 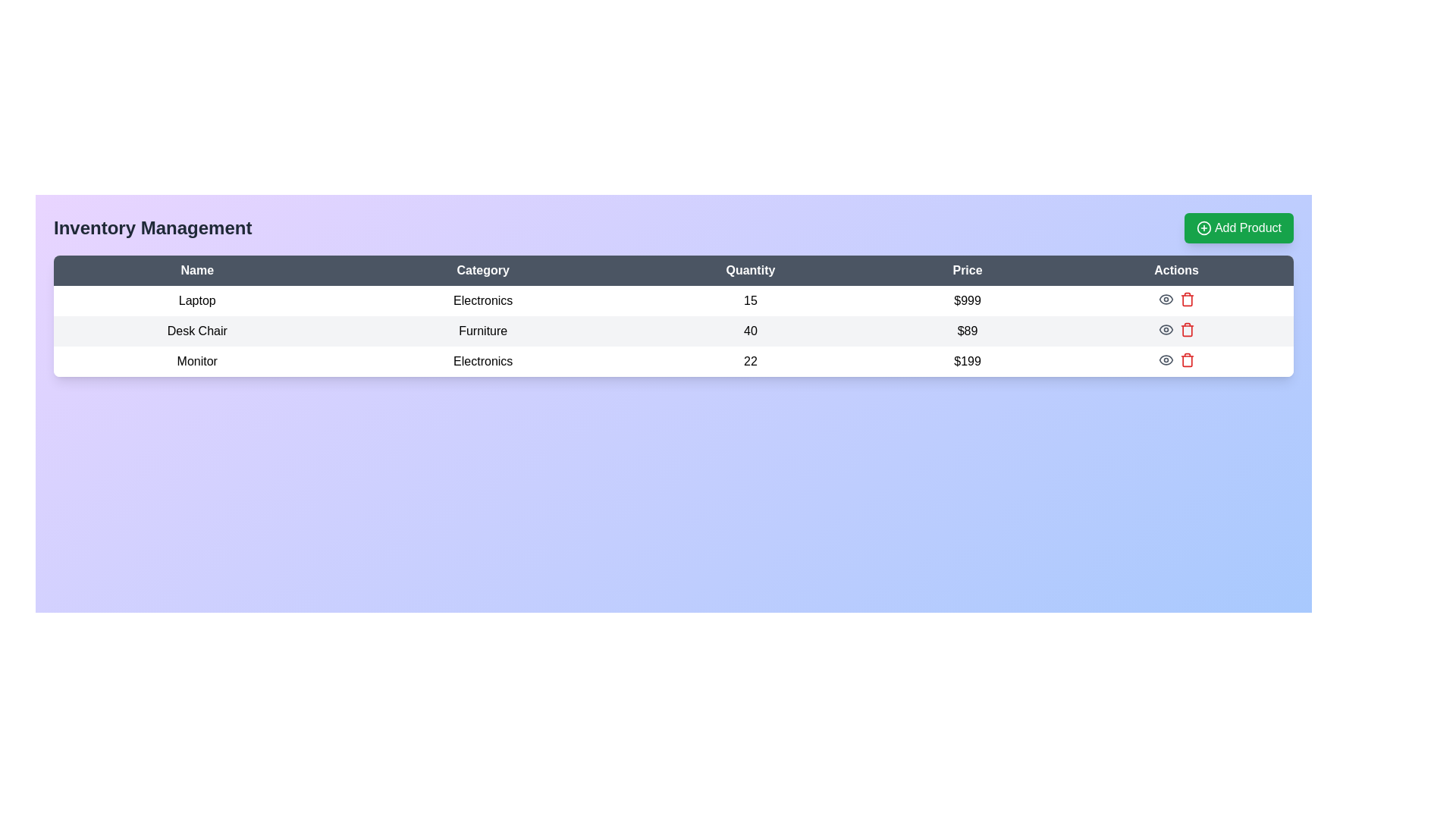 What do you see at coordinates (196, 330) in the screenshot?
I see `the text label displaying 'Desk Chair', which is located in the second row under the 'Name' column of a table-like structure` at bounding box center [196, 330].